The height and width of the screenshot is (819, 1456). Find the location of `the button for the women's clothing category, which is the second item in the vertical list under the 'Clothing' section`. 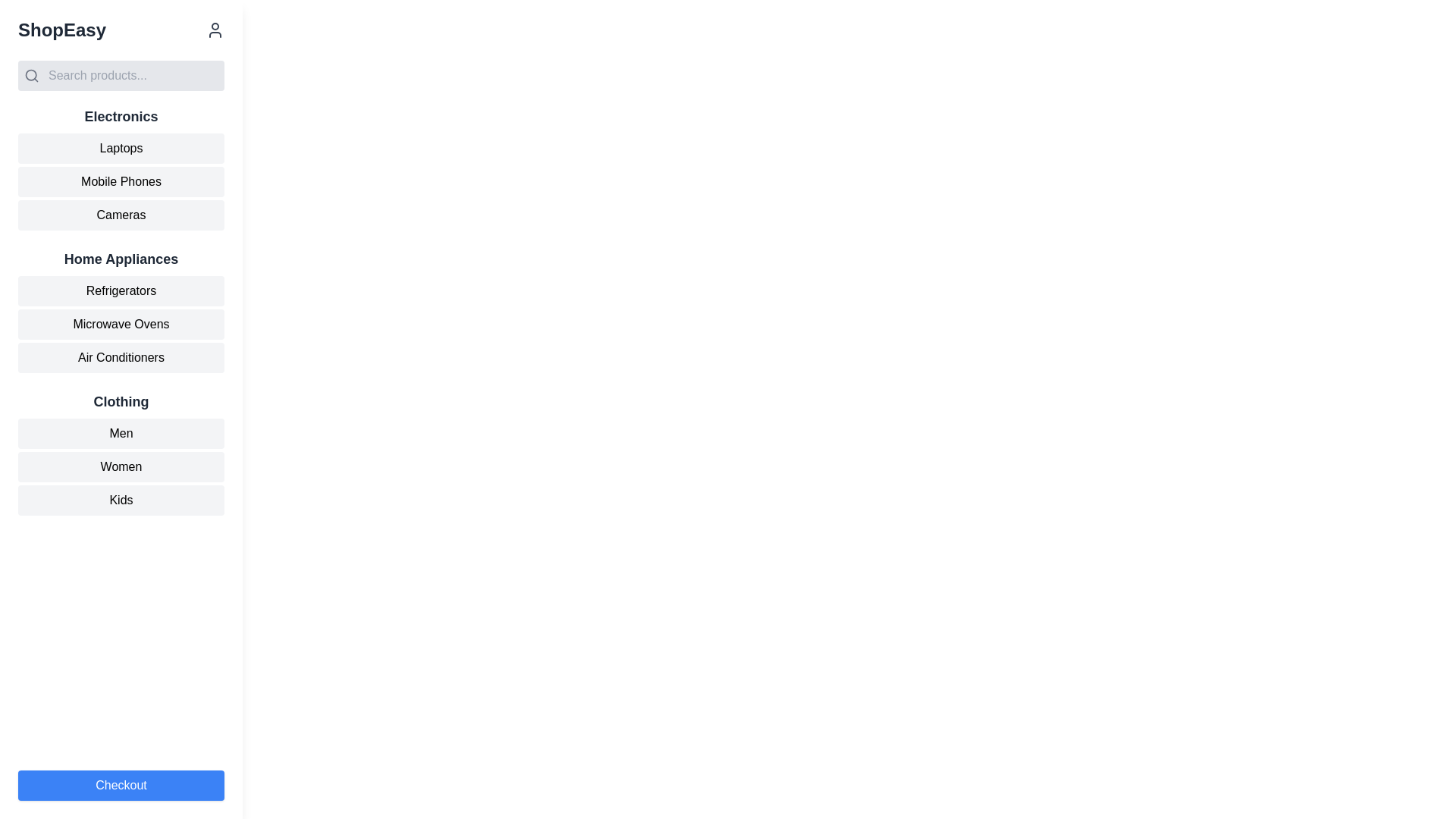

the button for the women's clothing category, which is the second item in the vertical list under the 'Clothing' section is located at coordinates (120, 466).